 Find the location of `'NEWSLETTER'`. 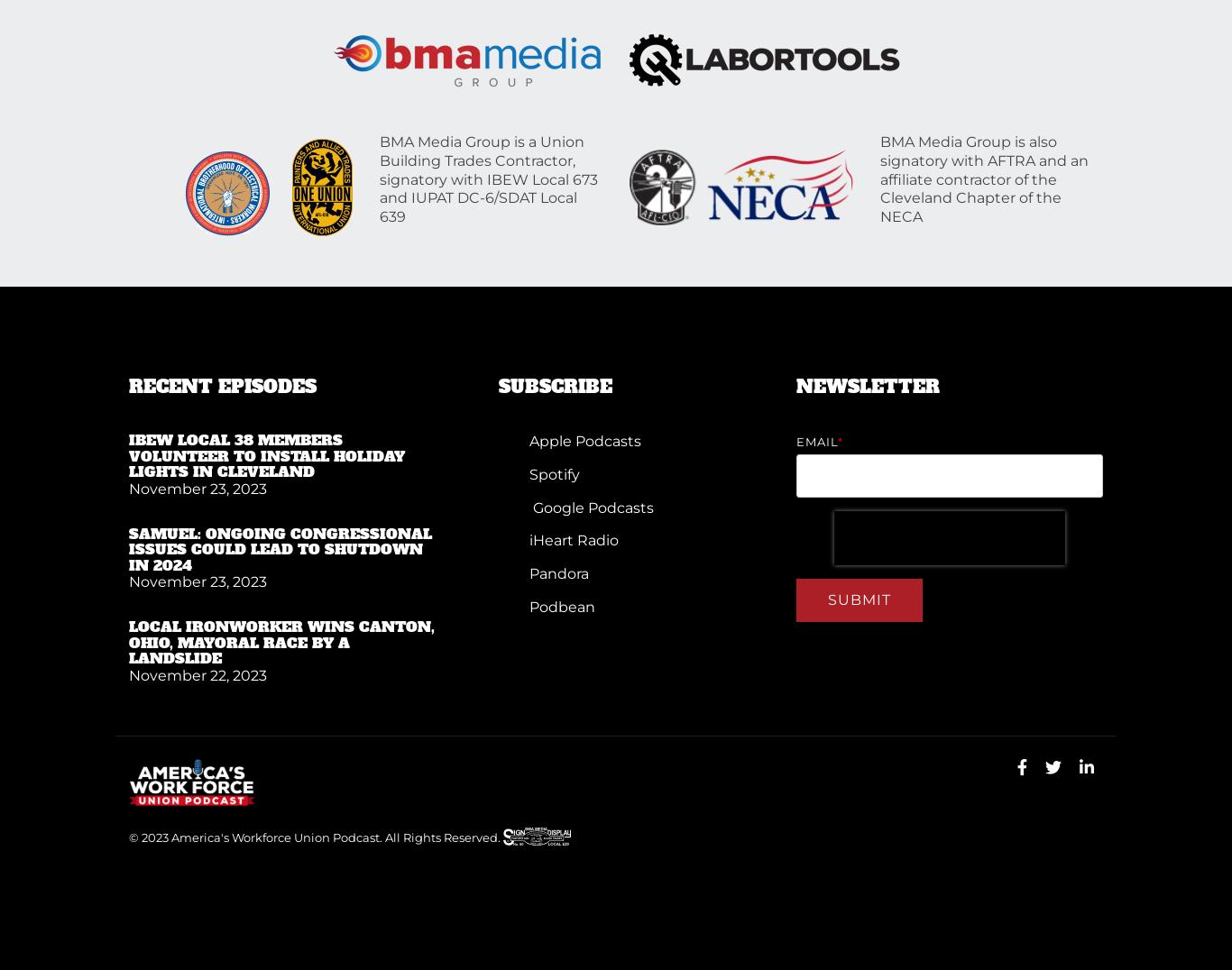

'NEWSLETTER' is located at coordinates (868, 386).